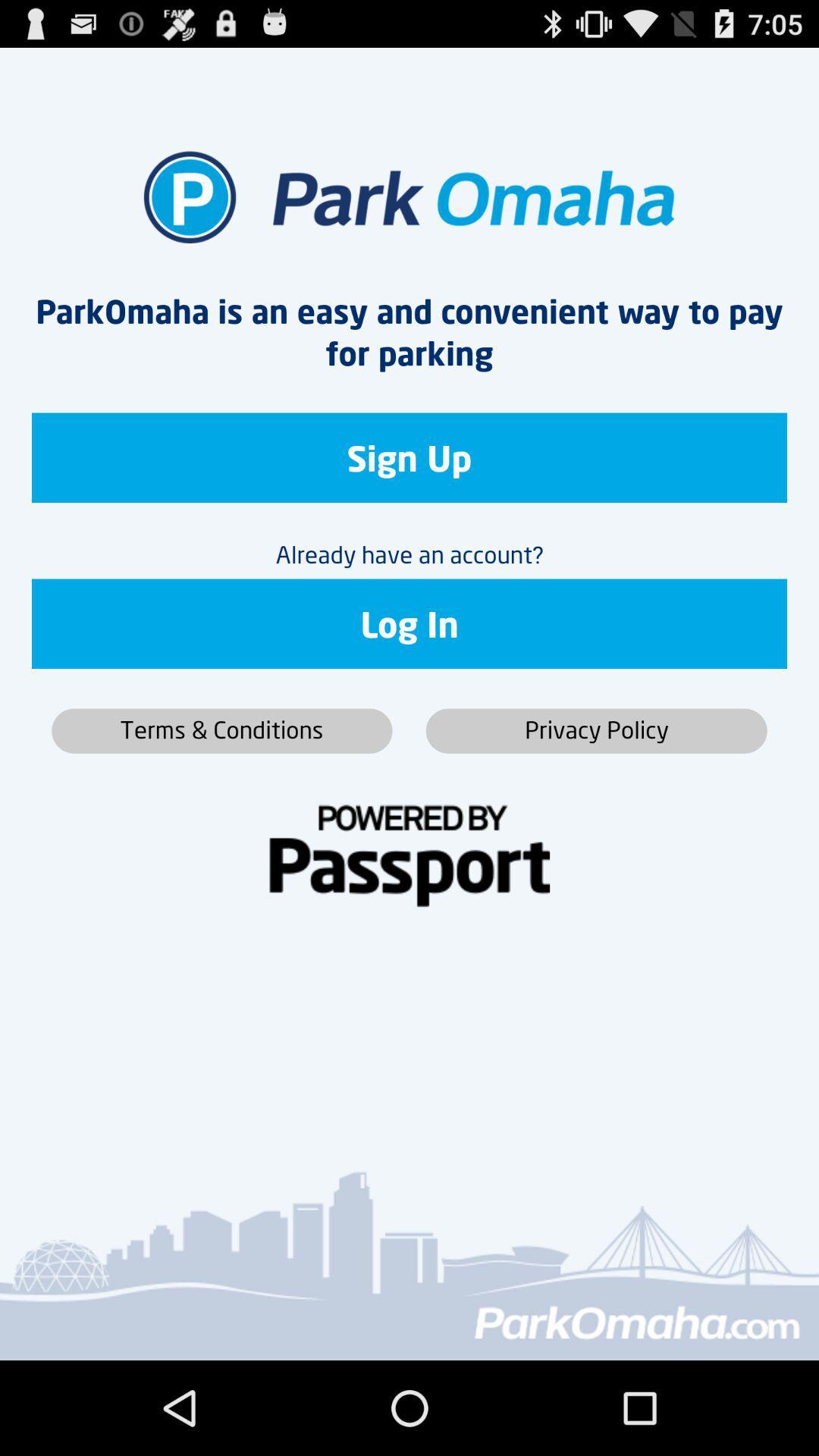  Describe the element at coordinates (409, 623) in the screenshot. I see `the icon below the already have an icon` at that location.